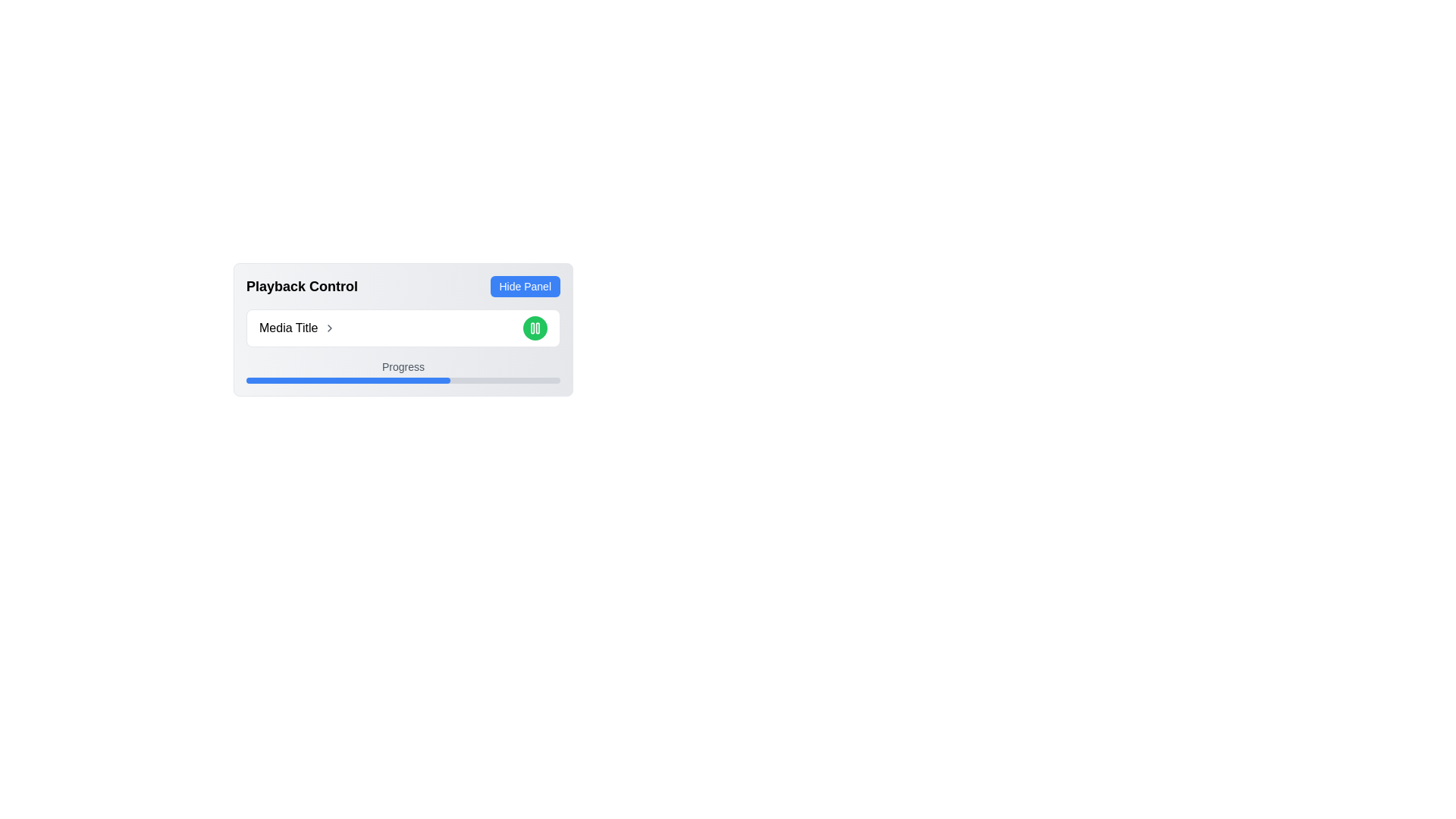 The image size is (1456, 819). I want to click on the pause button located to the right of the text 'Media Title >', so click(535, 327).